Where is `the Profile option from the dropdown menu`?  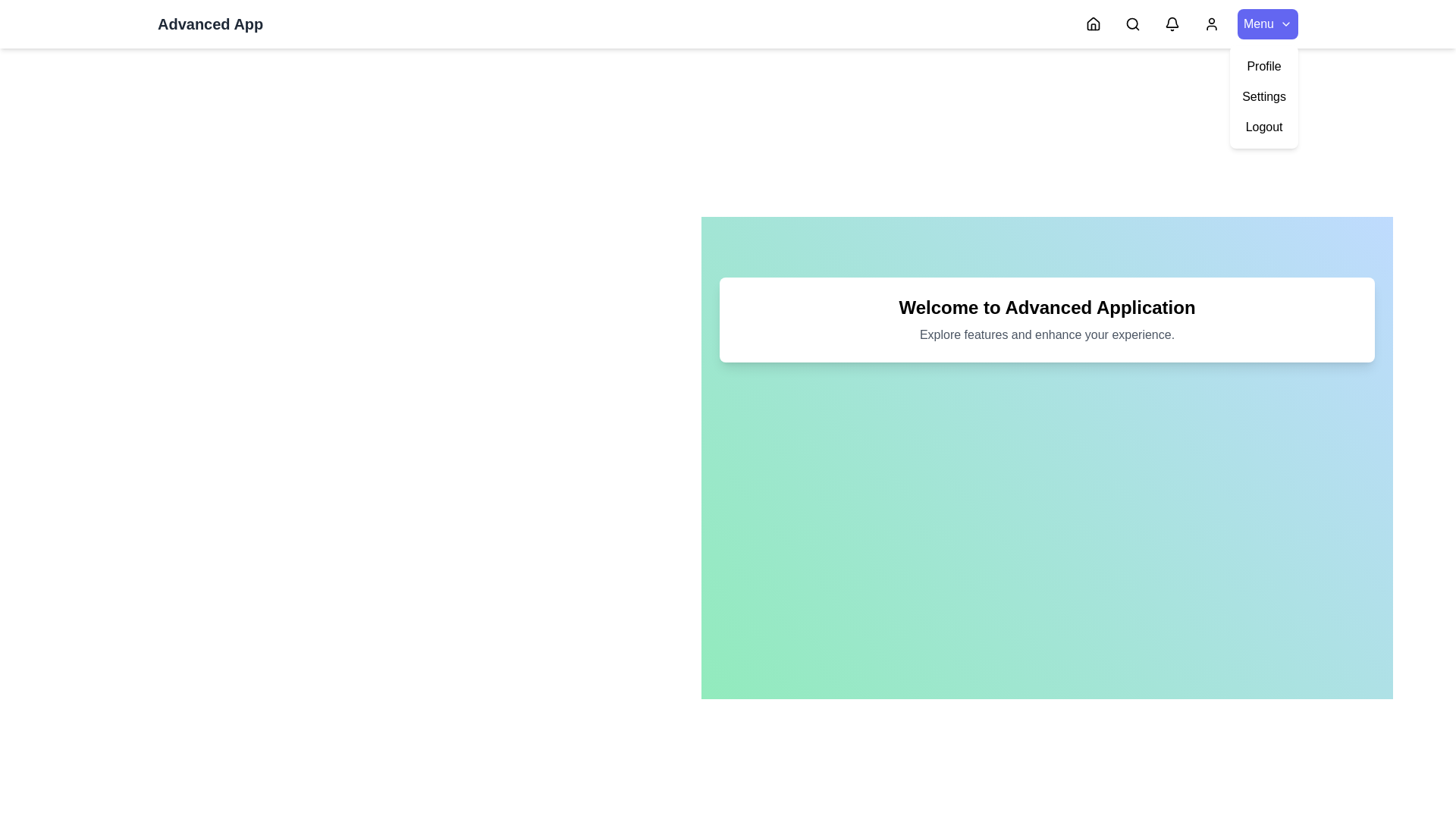 the Profile option from the dropdown menu is located at coordinates (1264, 66).